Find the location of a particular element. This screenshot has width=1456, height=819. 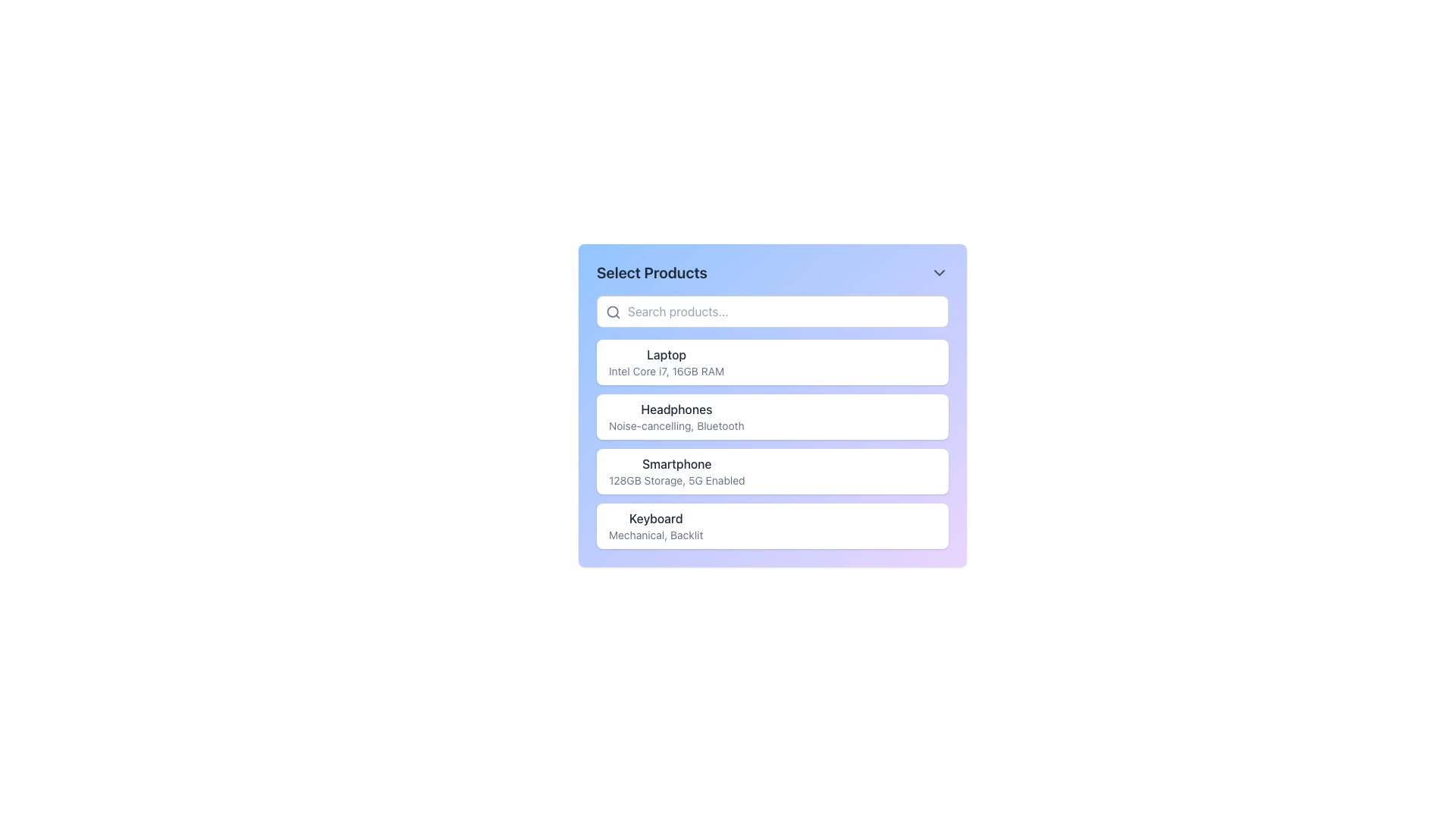

the 'Laptop' product card located below the search bar in the product list is located at coordinates (772, 362).